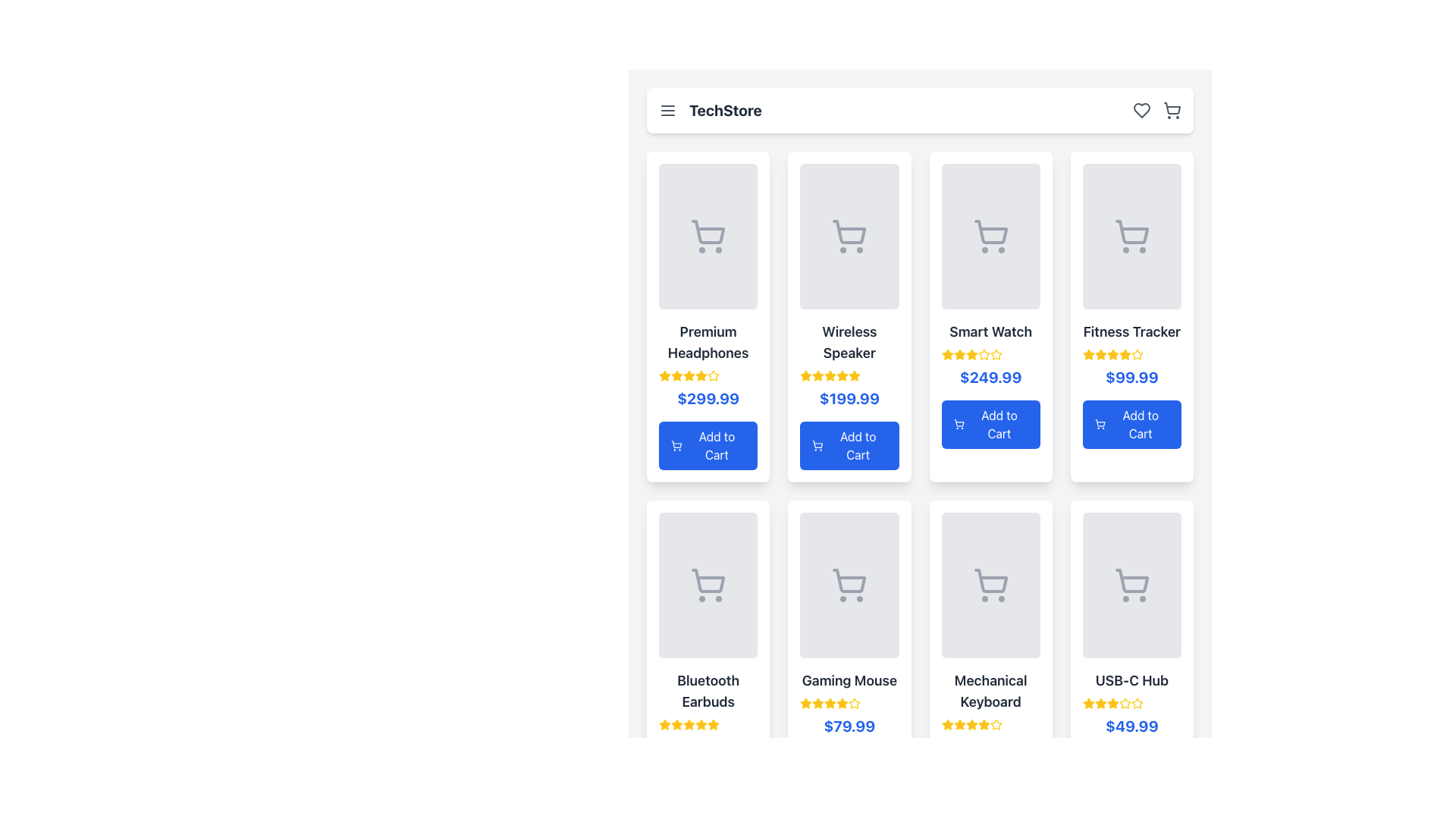  What do you see at coordinates (676, 723) in the screenshot?
I see `the first rating star icon for the Bluetooth Earbuds product` at bounding box center [676, 723].